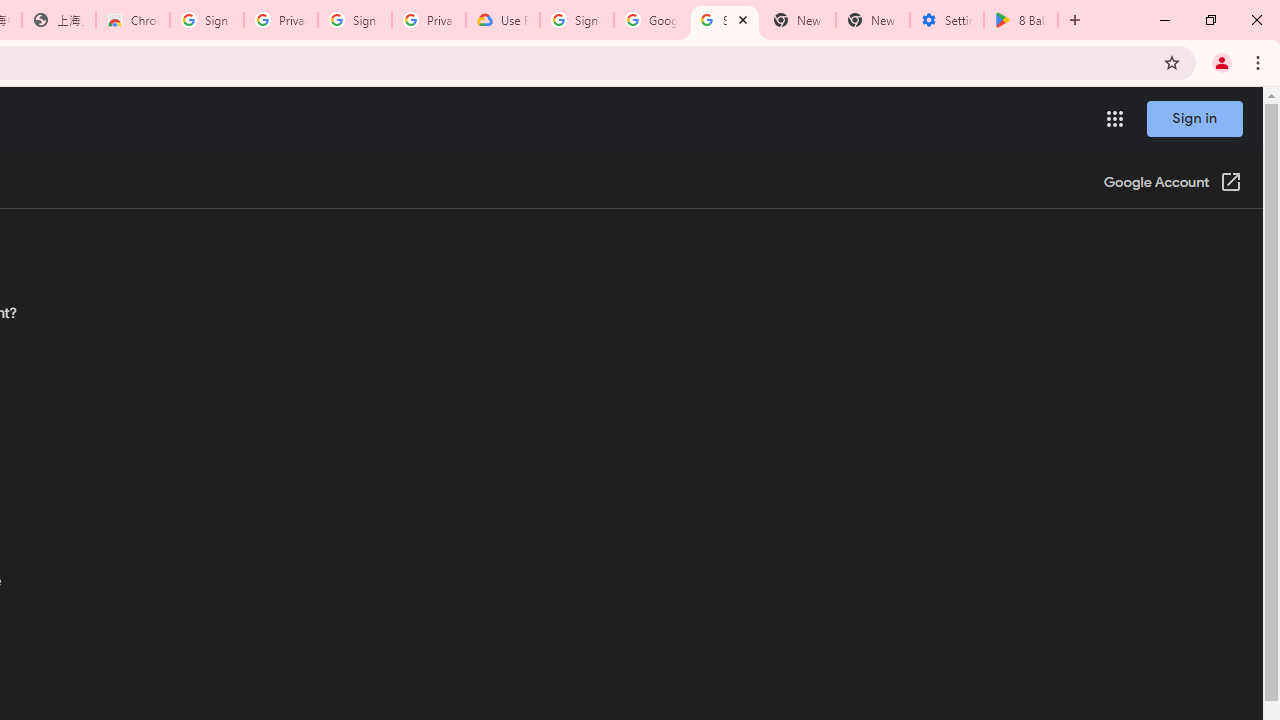 The image size is (1280, 720). What do you see at coordinates (651, 20) in the screenshot?
I see `'Google Account Help'` at bounding box center [651, 20].